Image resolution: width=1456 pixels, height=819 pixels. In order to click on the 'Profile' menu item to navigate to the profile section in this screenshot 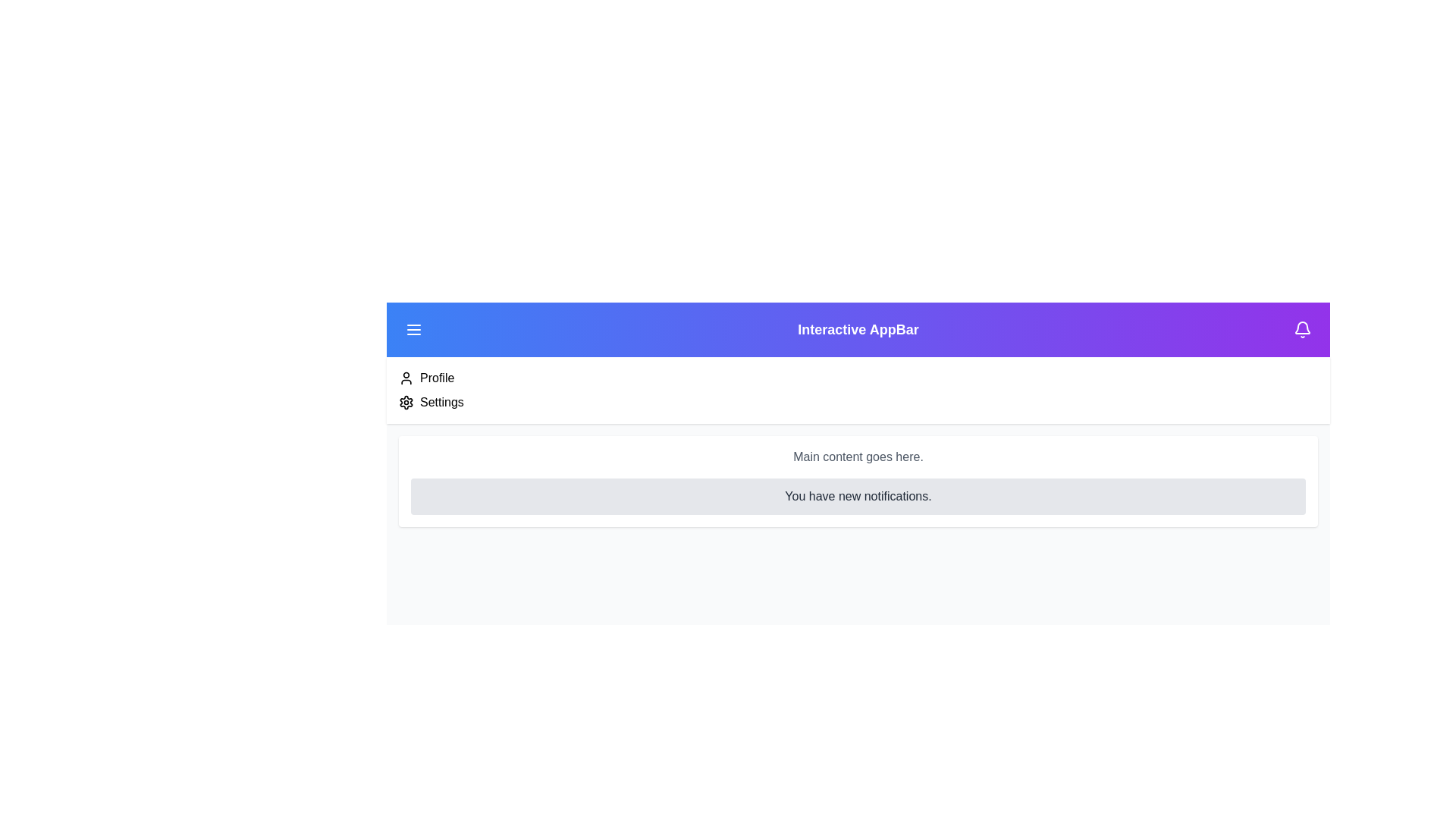, I will do `click(436, 377)`.